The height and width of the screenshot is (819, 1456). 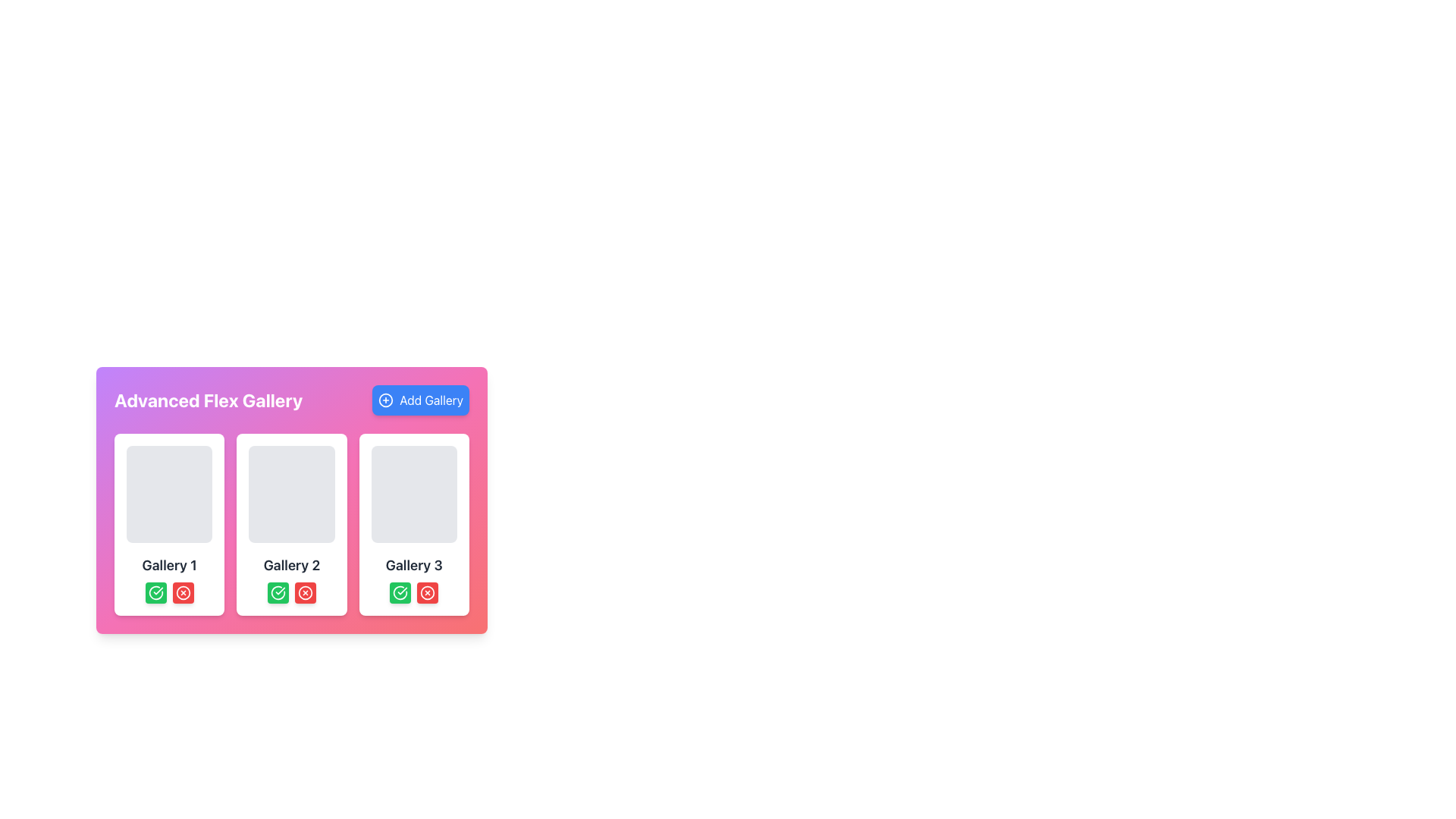 What do you see at coordinates (400, 592) in the screenshot?
I see `the confirmation button associated with 'Gallery 3'` at bounding box center [400, 592].